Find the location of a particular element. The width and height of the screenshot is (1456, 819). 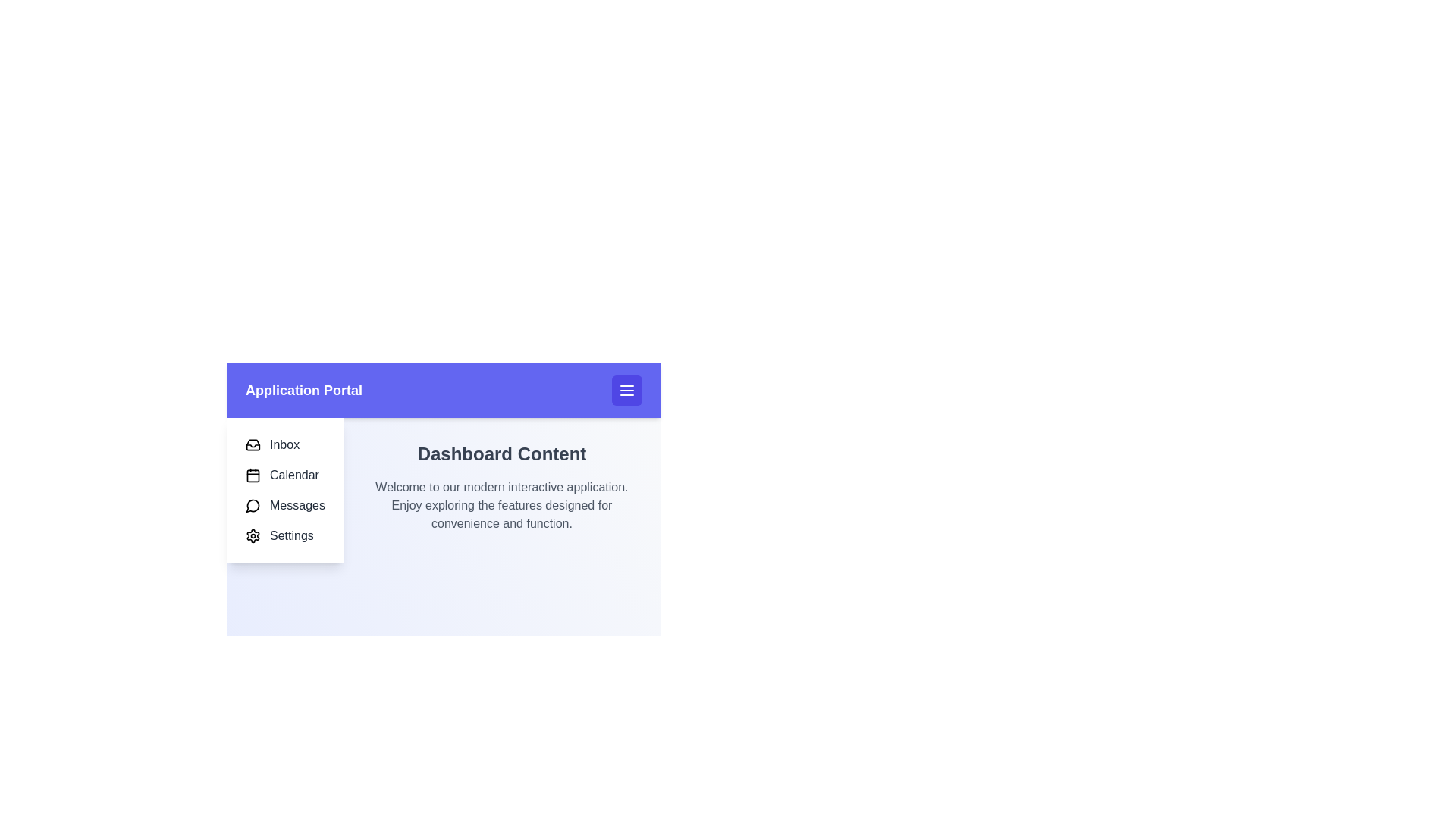

the small black calendar icon in the left navigation menu next to the 'Calendar' label is located at coordinates (253, 475).